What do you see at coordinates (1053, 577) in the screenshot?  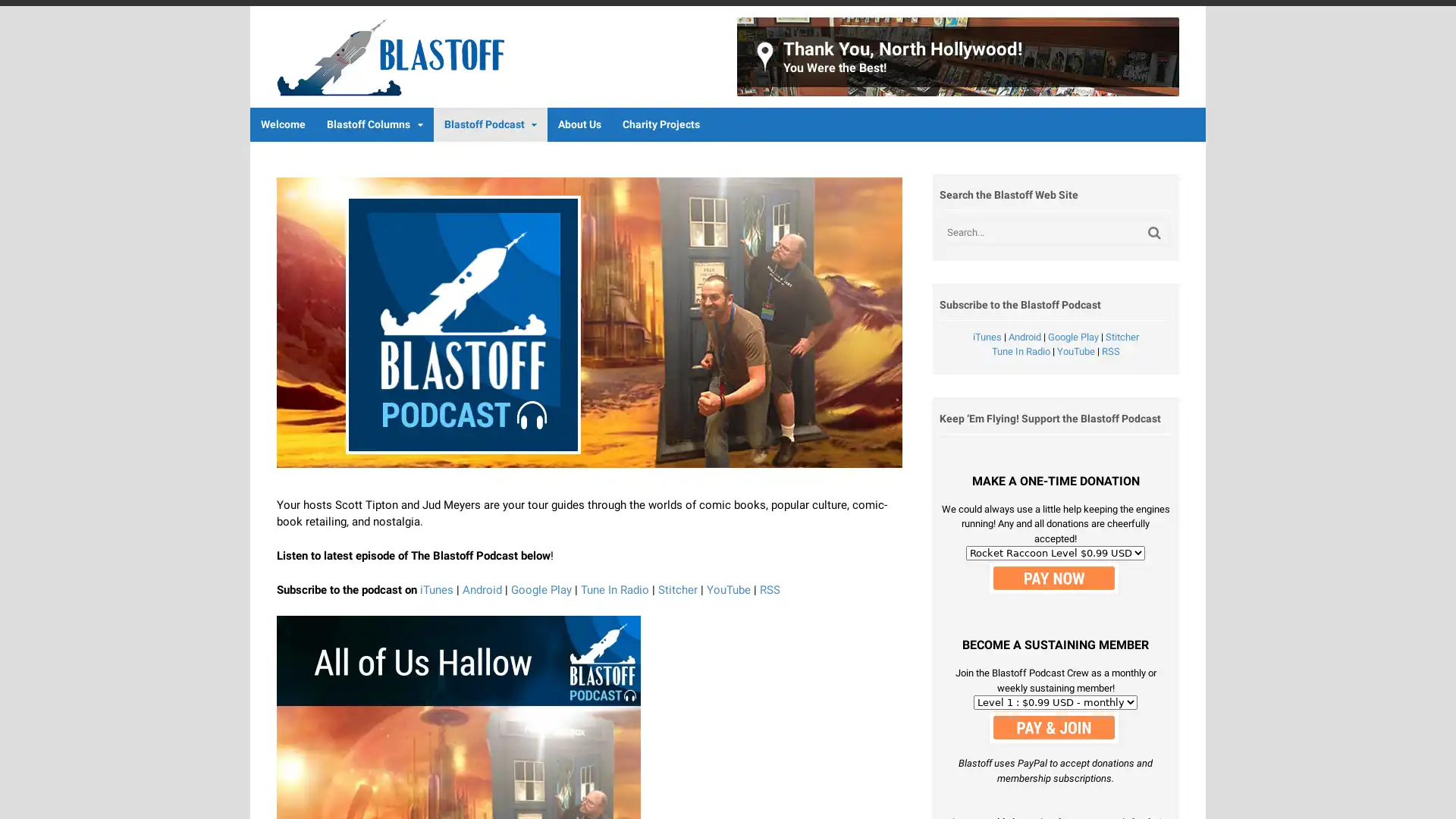 I see `PayPal - The safer, easier way to pay online!` at bounding box center [1053, 577].